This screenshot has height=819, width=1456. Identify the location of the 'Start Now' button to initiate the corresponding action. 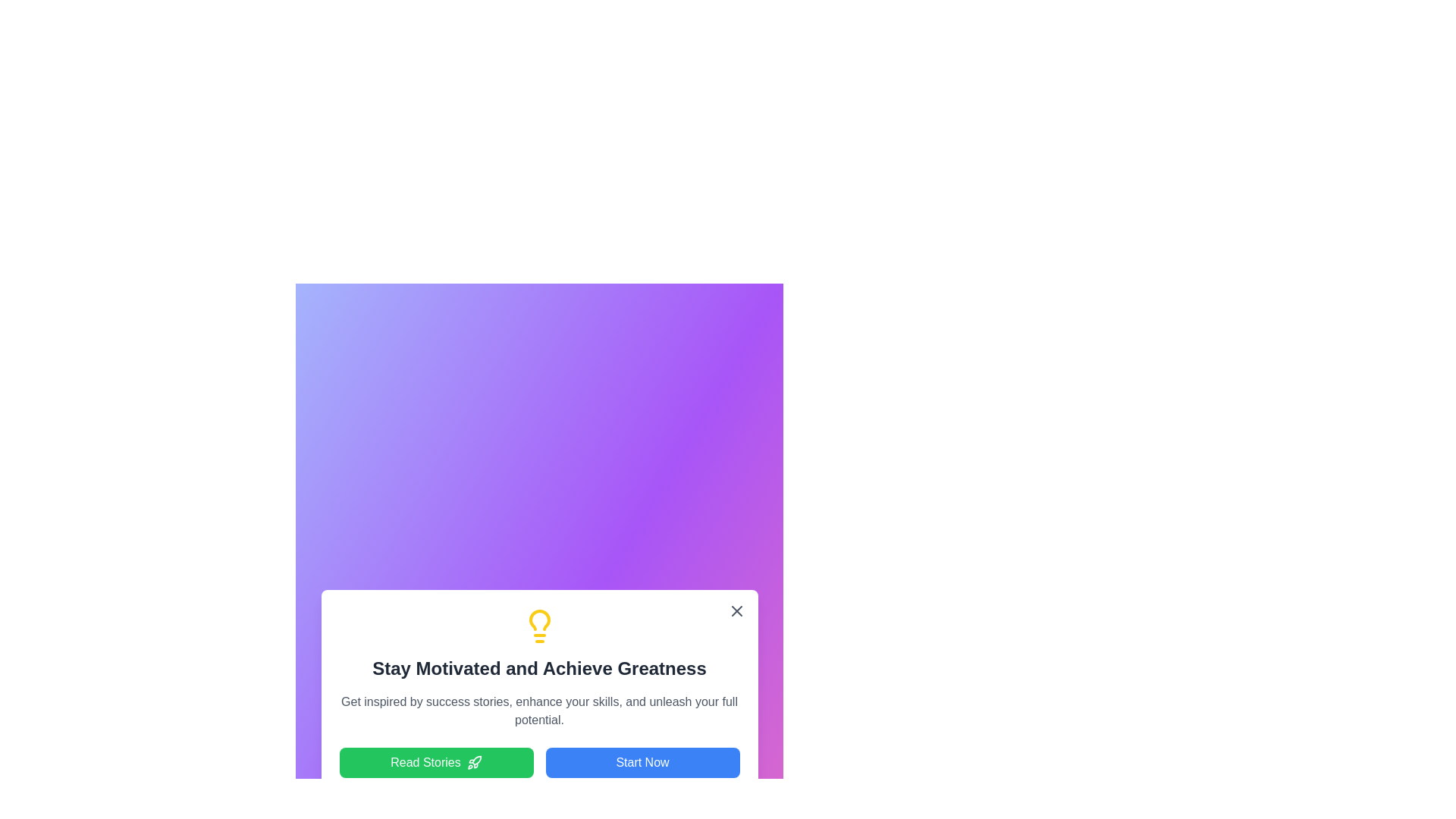
(642, 763).